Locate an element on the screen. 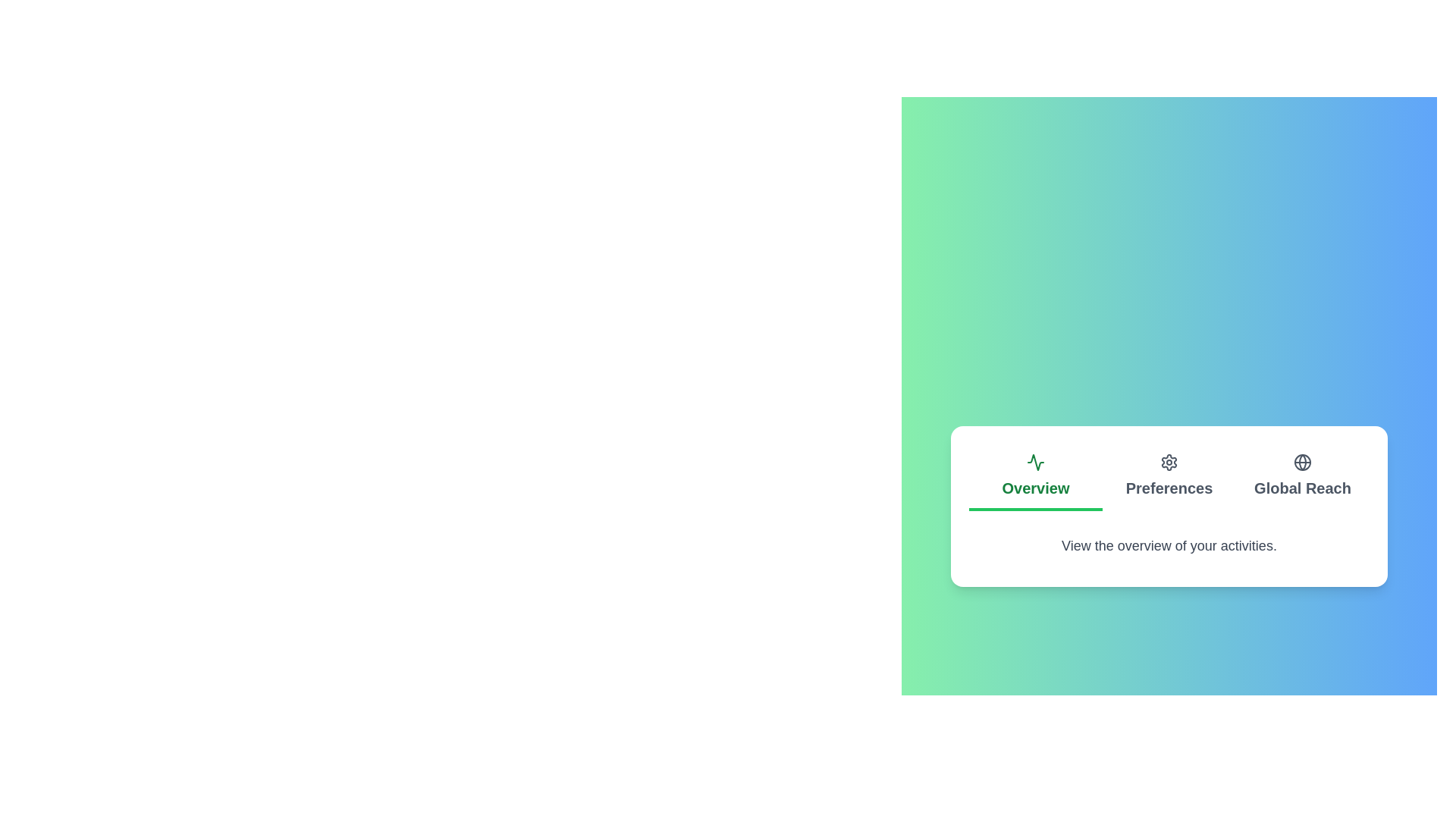  the tab with the name Global Reach is located at coordinates (1302, 476).